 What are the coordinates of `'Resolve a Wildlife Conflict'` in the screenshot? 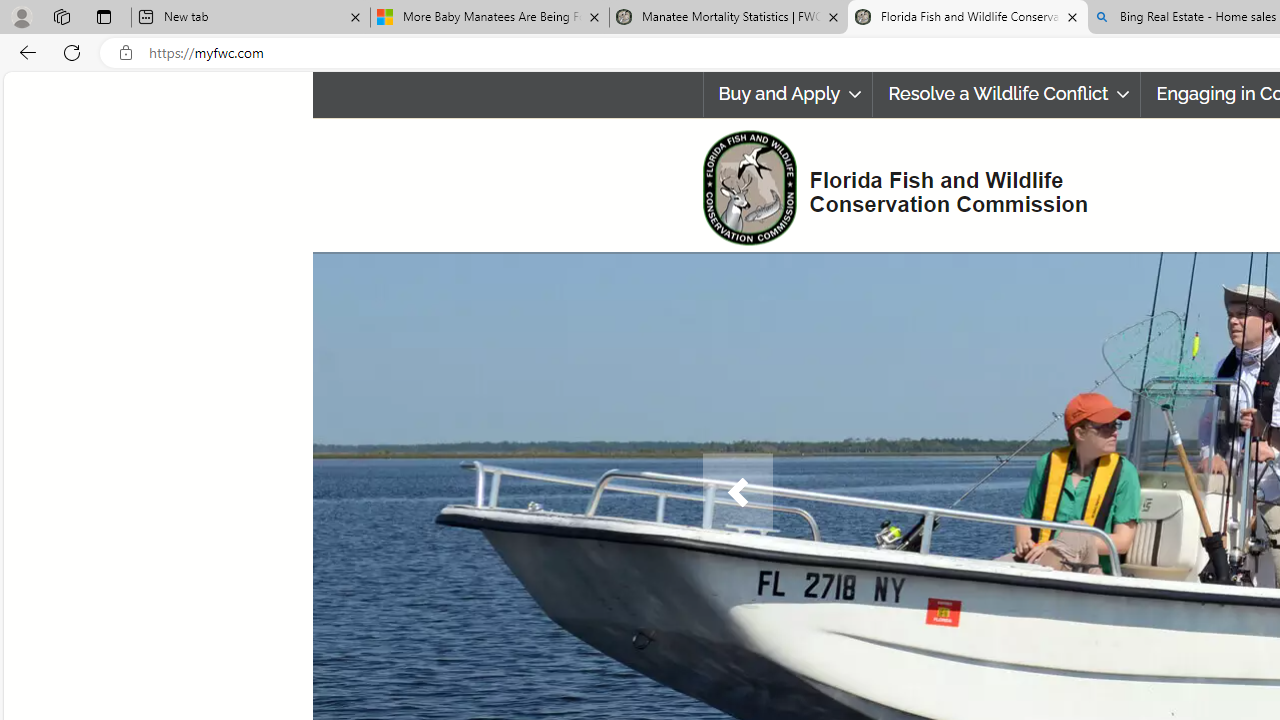 It's located at (1007, 94).